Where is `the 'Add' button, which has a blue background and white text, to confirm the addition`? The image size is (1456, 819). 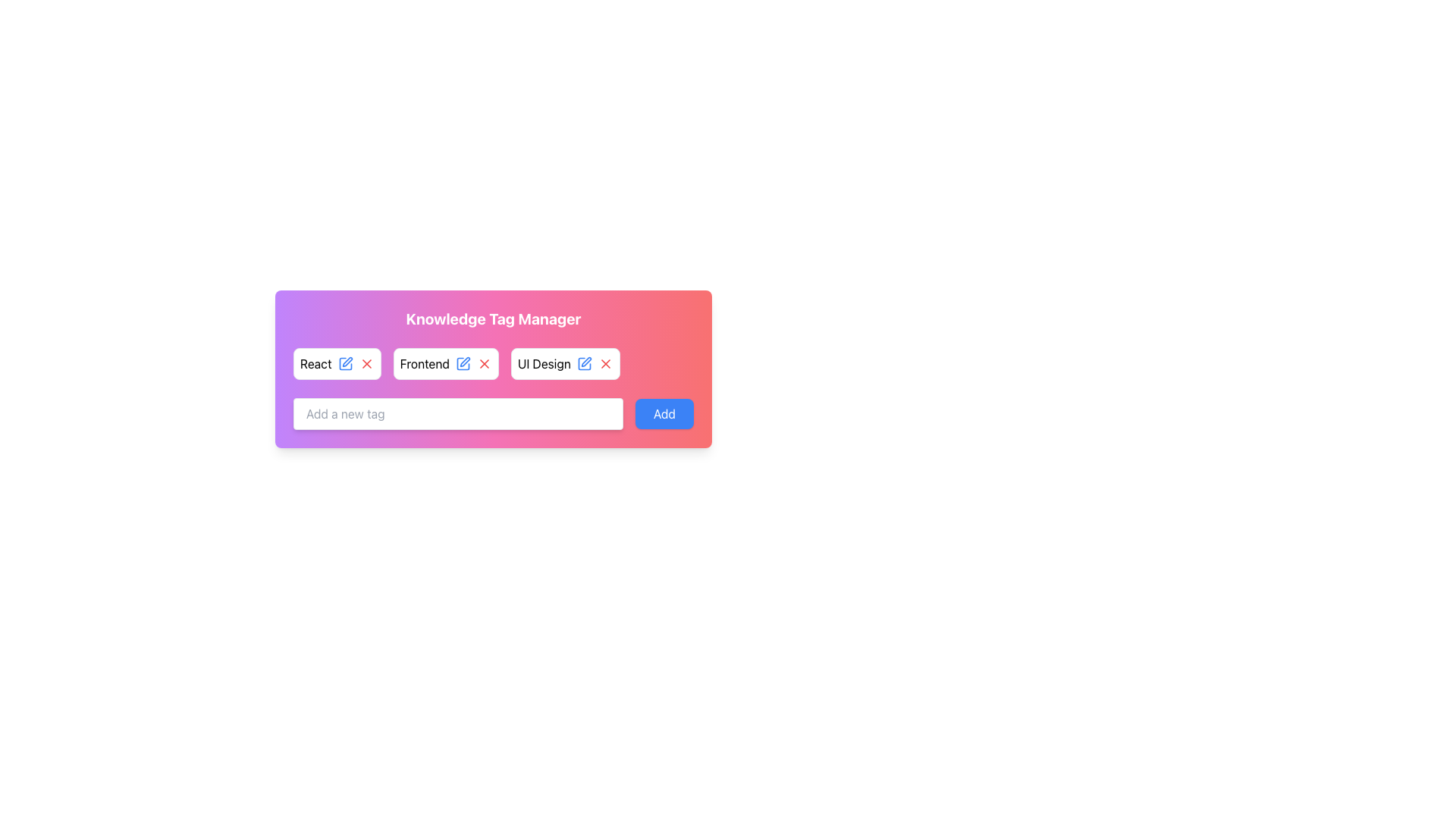
the 'Add' button, which has a blue background and white text, to confirm the addition is located at coordinates (664, 414).